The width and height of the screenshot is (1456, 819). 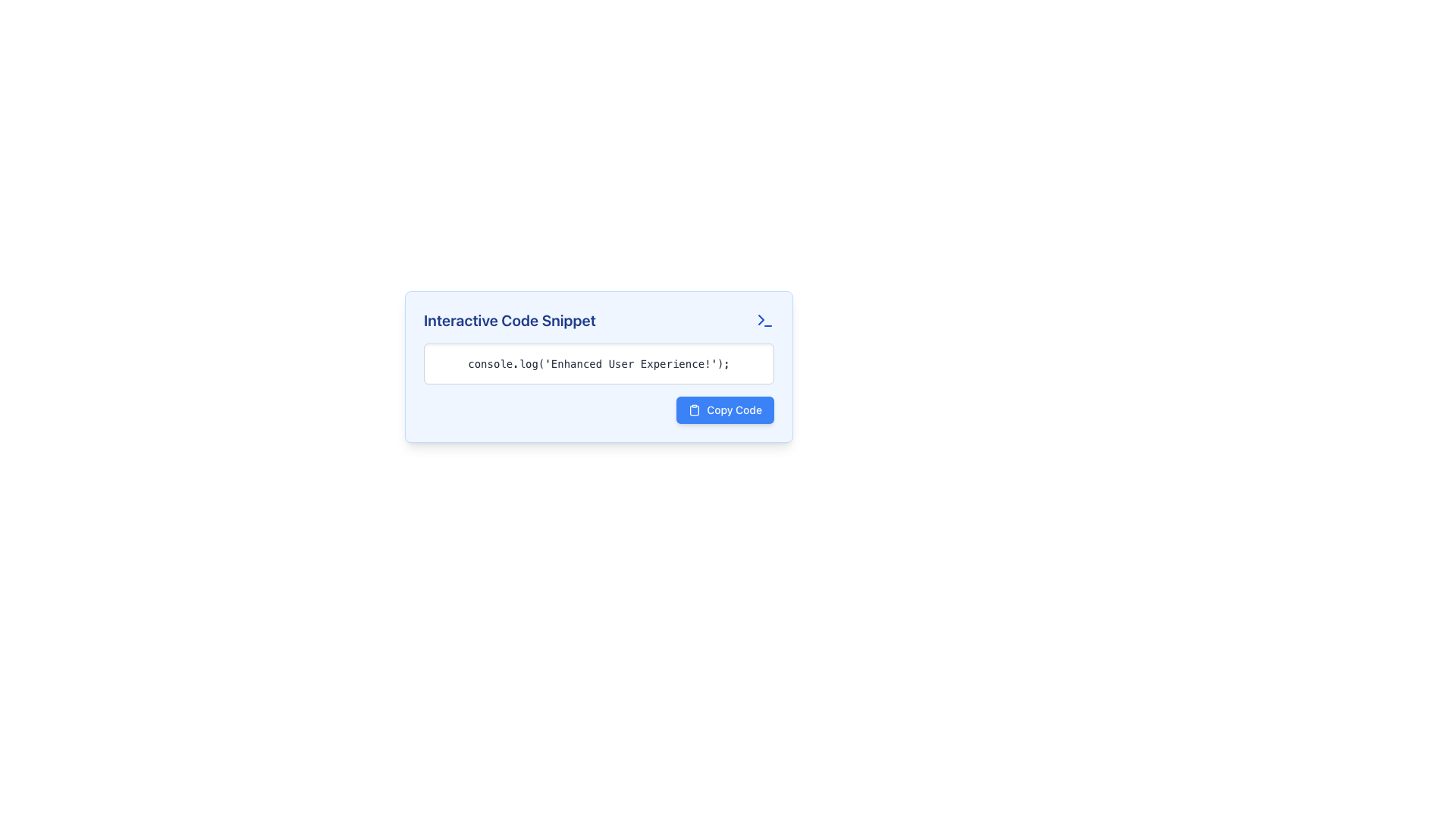 What do you see at coordinates (694, 409) in the screenshot?
I see `the small clipboard-shaped icon located to the left of the 'Copy Code' text within the button labeled 'Copy Code'` at bounding box center [694, 409].